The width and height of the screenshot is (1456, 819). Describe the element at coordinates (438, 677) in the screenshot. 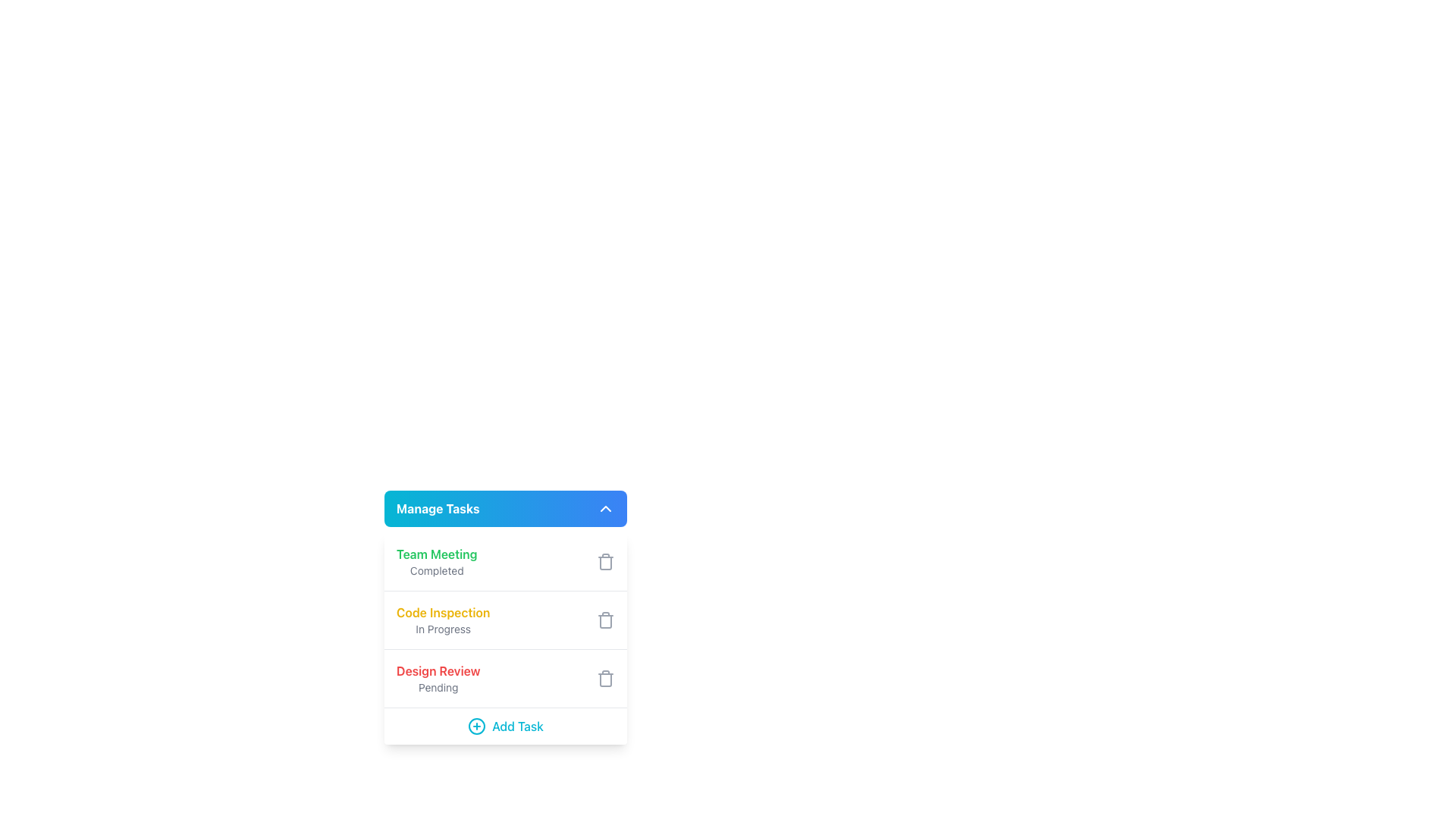

I see `the text display element that shows 'Design Review' in bold red and 'Pending' in smaller gray text, located in the third row of tasks under the blue header 'Manage Tasks'` at that location.